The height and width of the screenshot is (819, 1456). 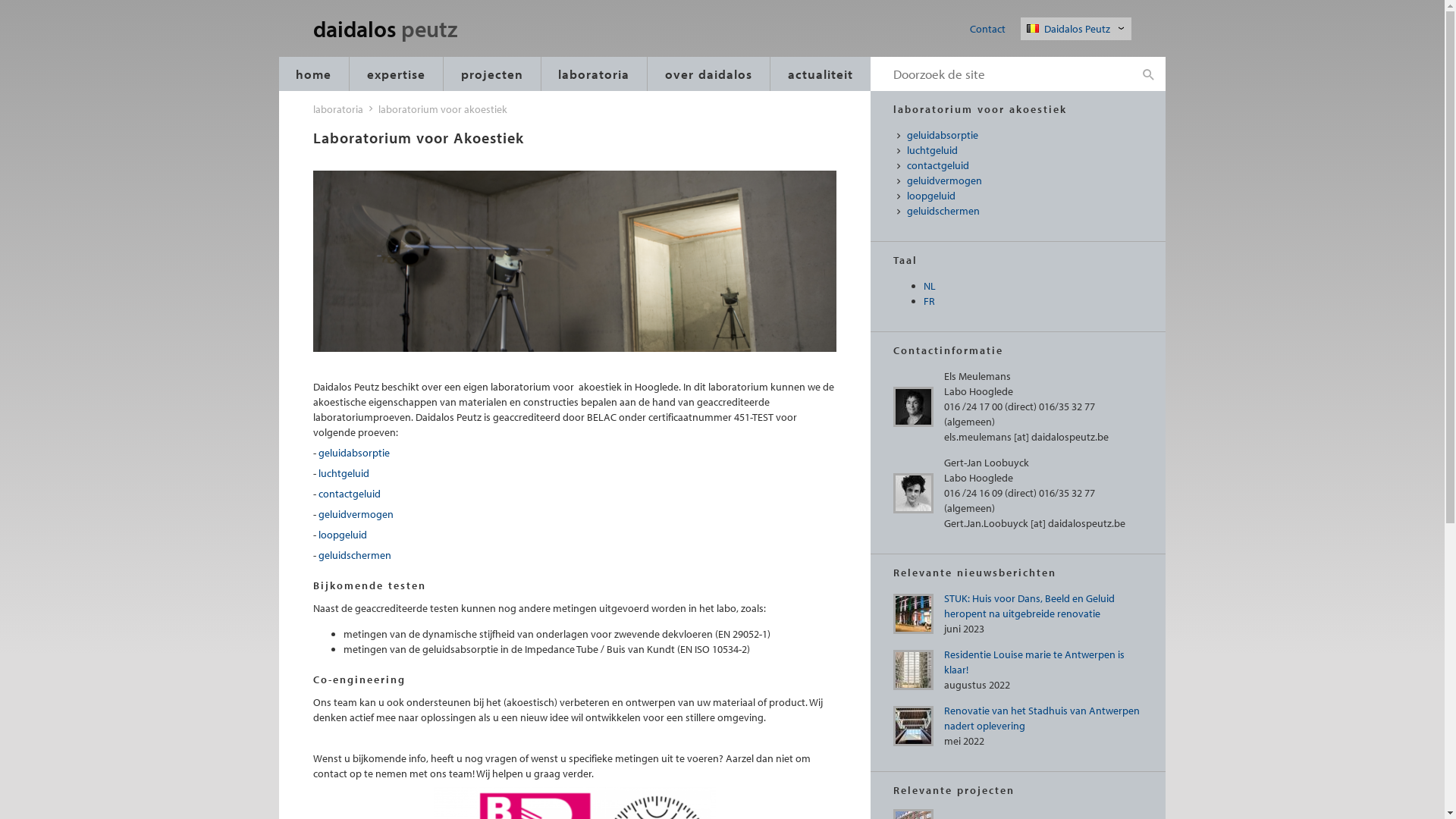 I want to click on 'Daidalos Peutz', so click(x=1078, y=29).